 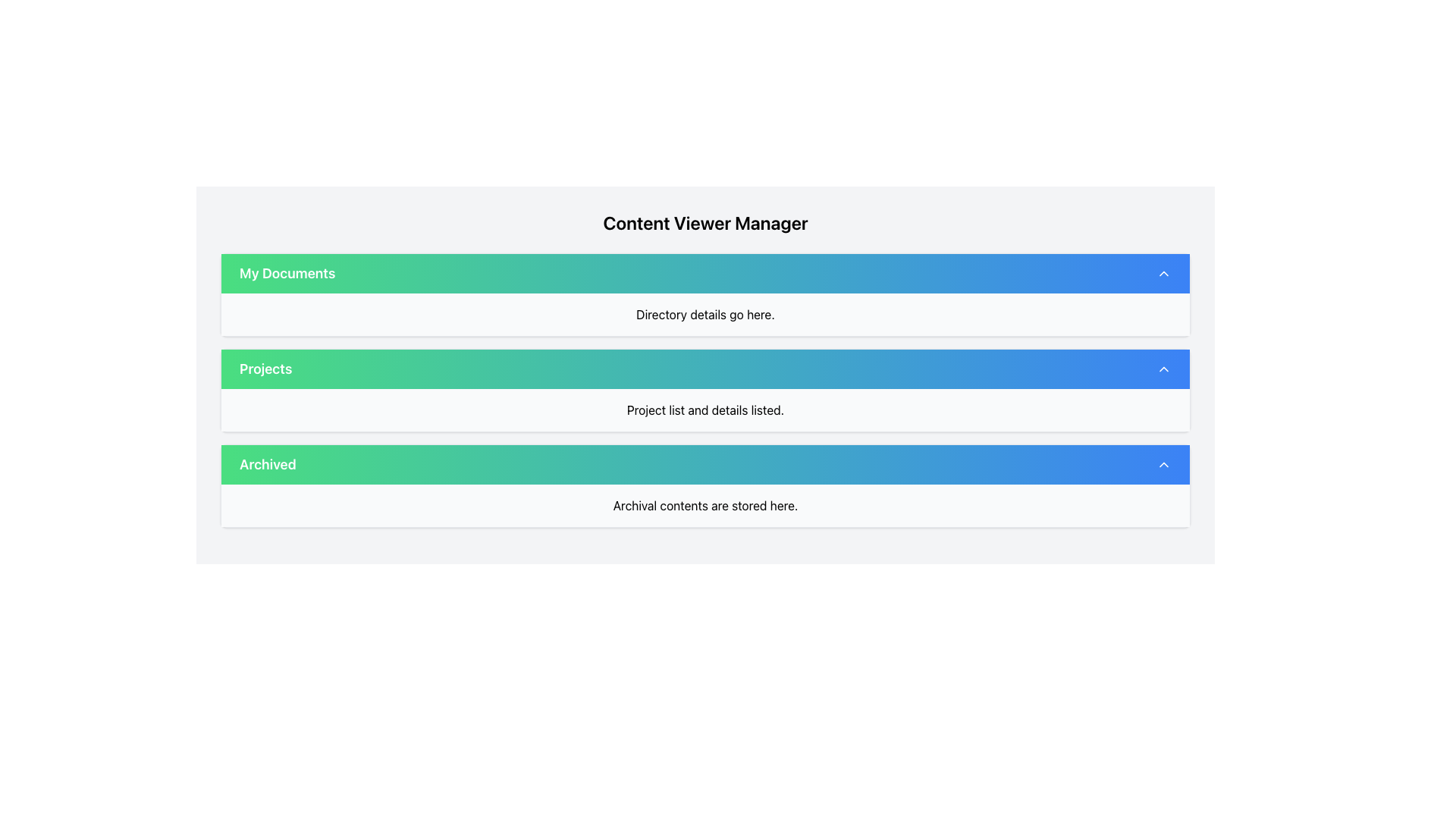 I want to click on the upward-facing chevron (^) icon on the far-right side of the 'Archived' bar, so click(x=1163, y=464).